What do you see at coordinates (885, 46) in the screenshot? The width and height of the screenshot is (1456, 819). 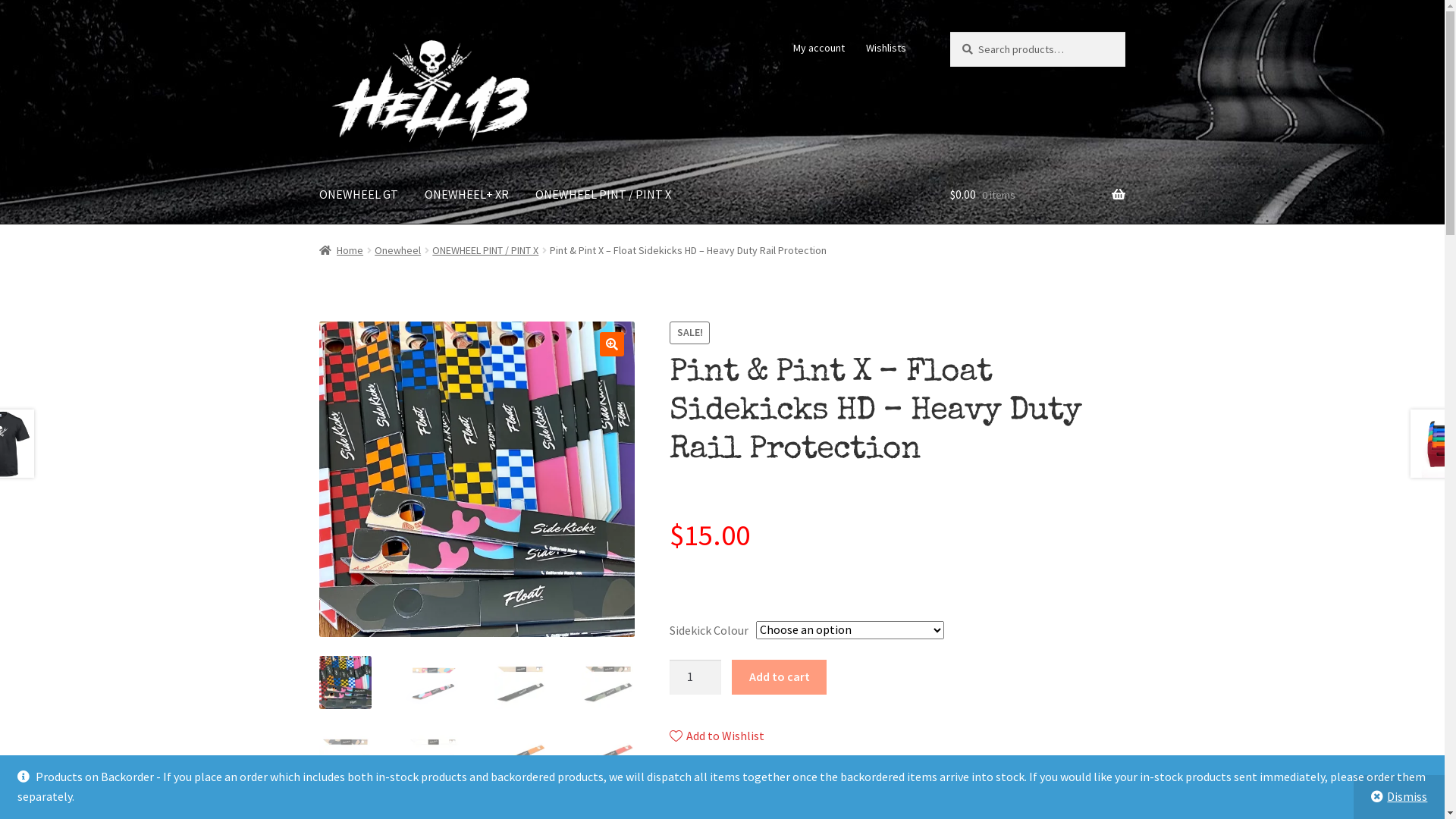 I see `'Wishlists'` at bounding box center [885, 46].